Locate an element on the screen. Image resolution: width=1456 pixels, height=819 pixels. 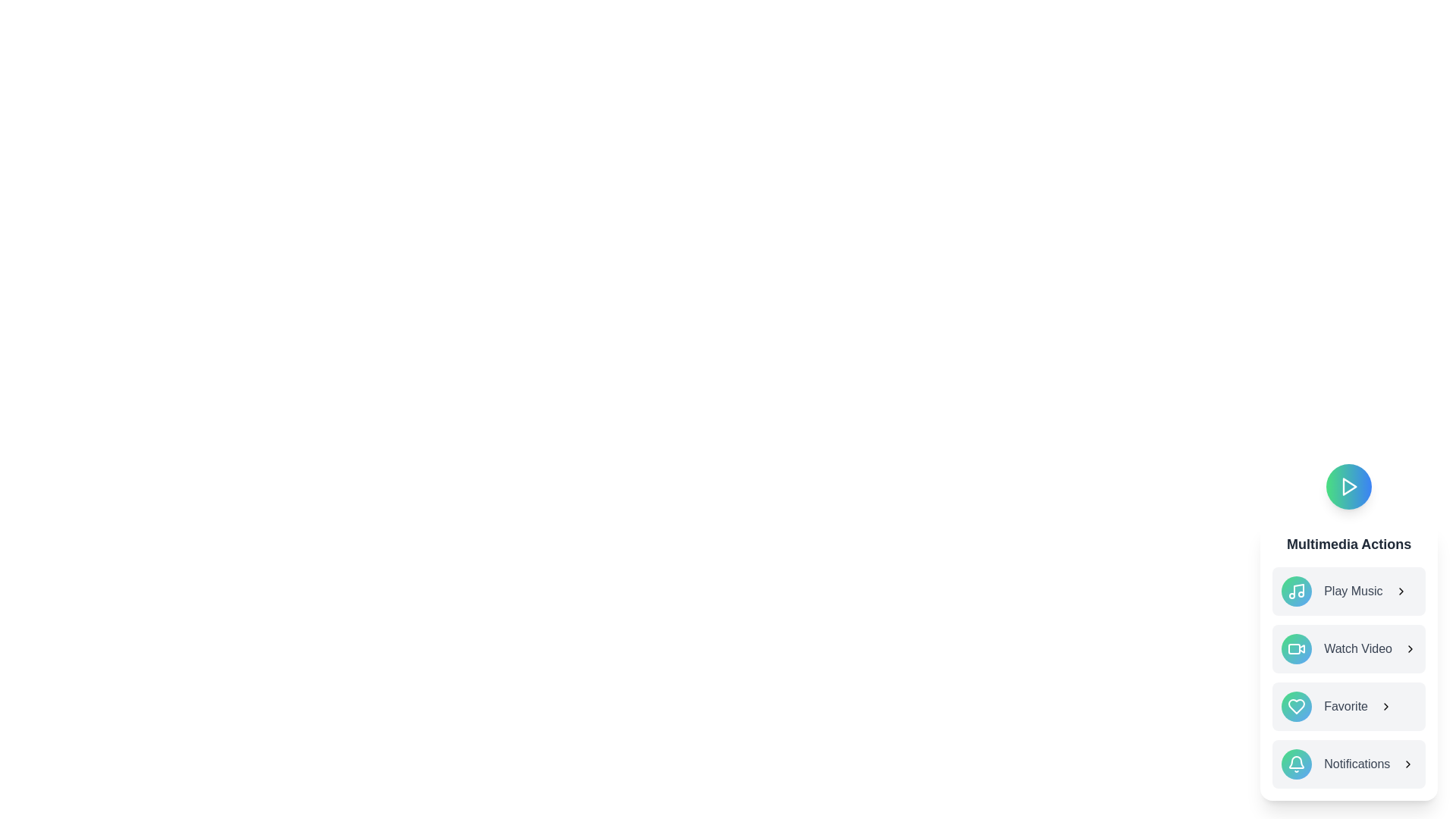
the icon of the menu item labeled Watch Video is located at coordinates (1296, 648).